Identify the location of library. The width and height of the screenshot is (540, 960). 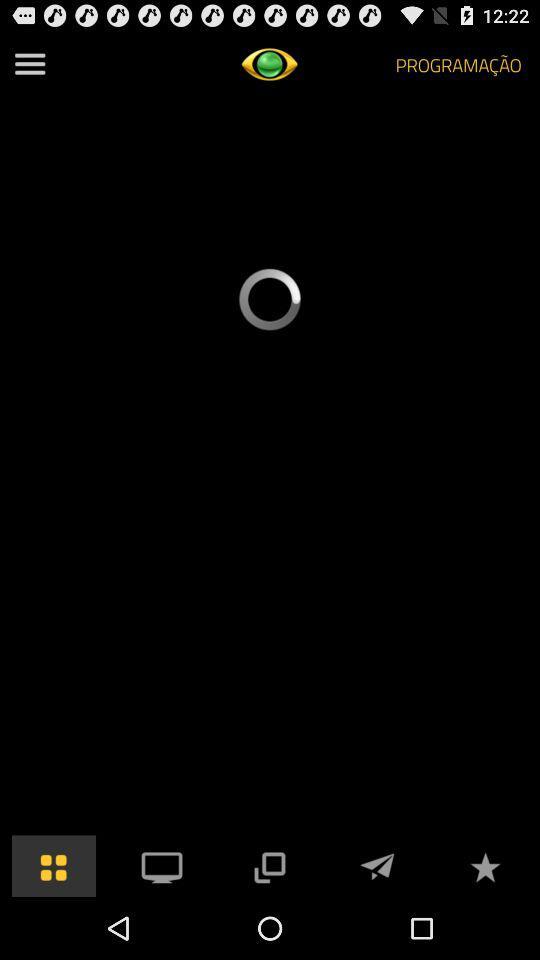
(54, 864).